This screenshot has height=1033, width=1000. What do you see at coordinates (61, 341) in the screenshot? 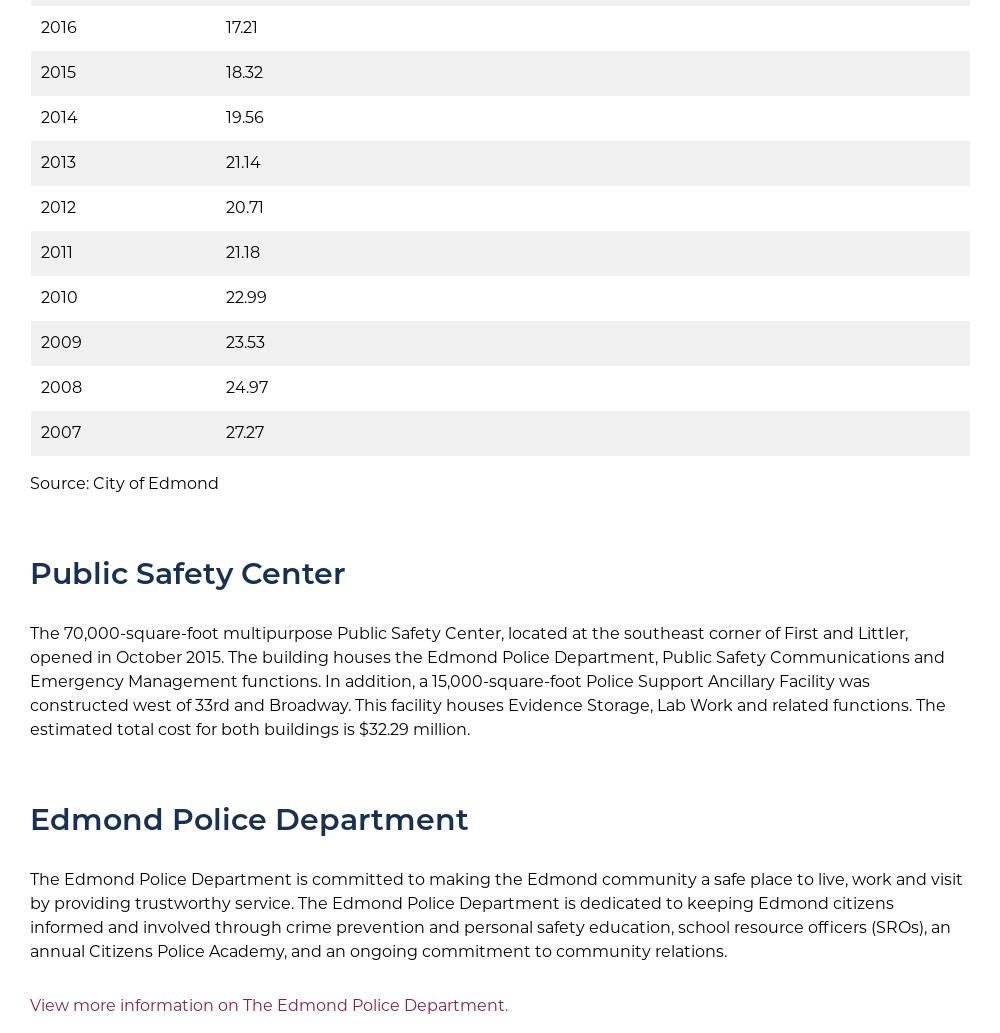
I see `'2009'` at bounding box center [61, 341].